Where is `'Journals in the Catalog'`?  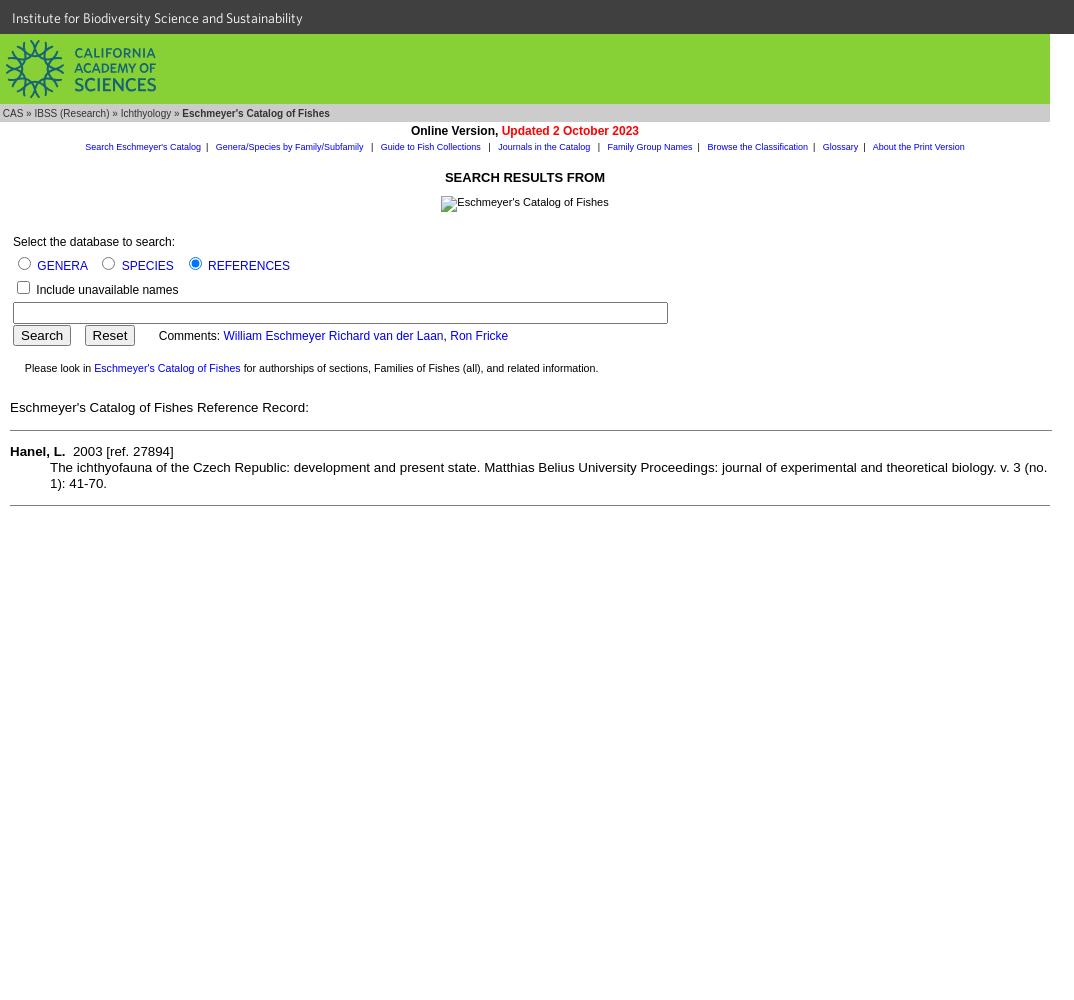
'Journals in the Catalog' is located at coordinates (543, 147).